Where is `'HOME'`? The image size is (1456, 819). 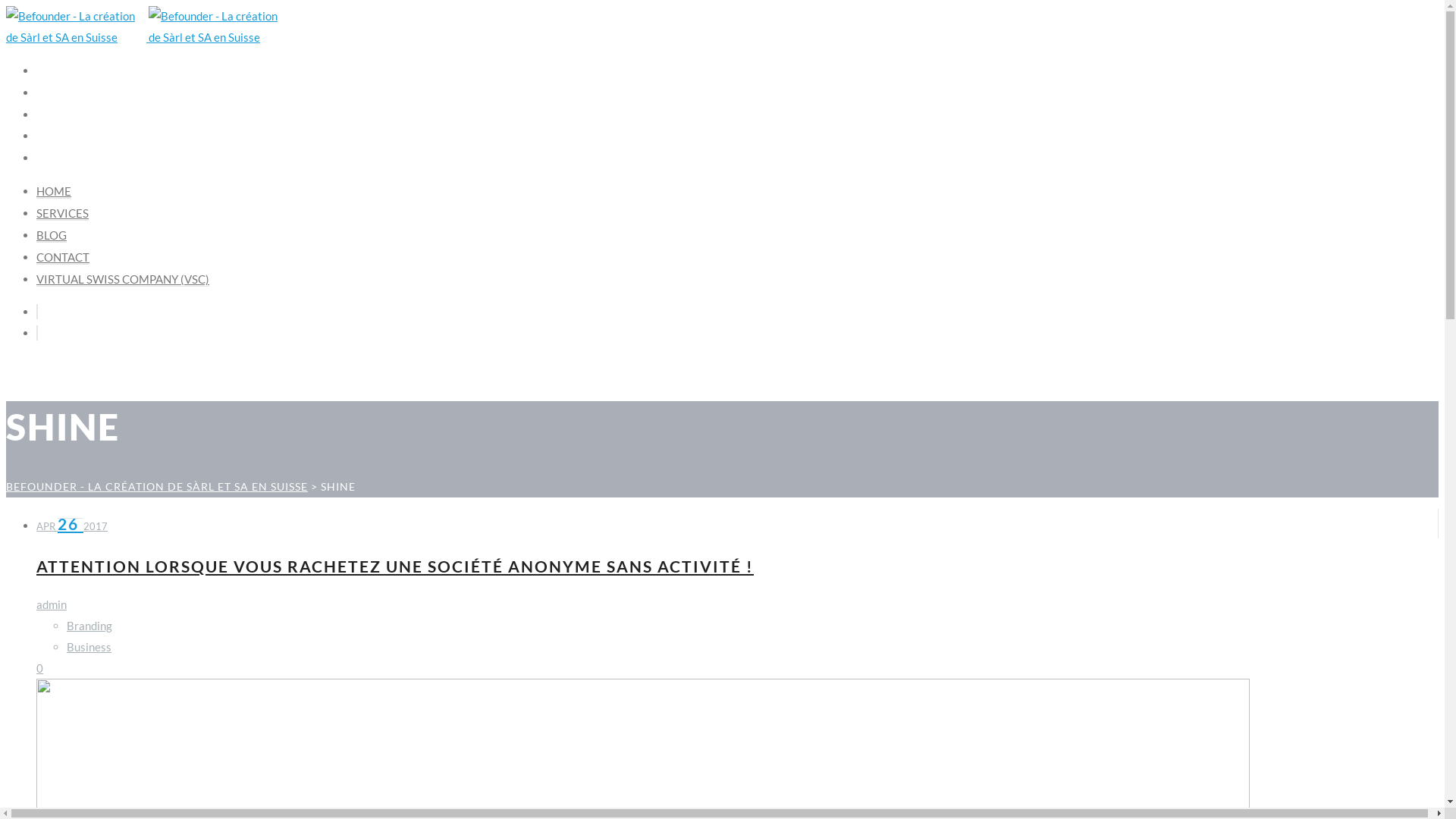
'HOME' is located at coordinates (54, 190).